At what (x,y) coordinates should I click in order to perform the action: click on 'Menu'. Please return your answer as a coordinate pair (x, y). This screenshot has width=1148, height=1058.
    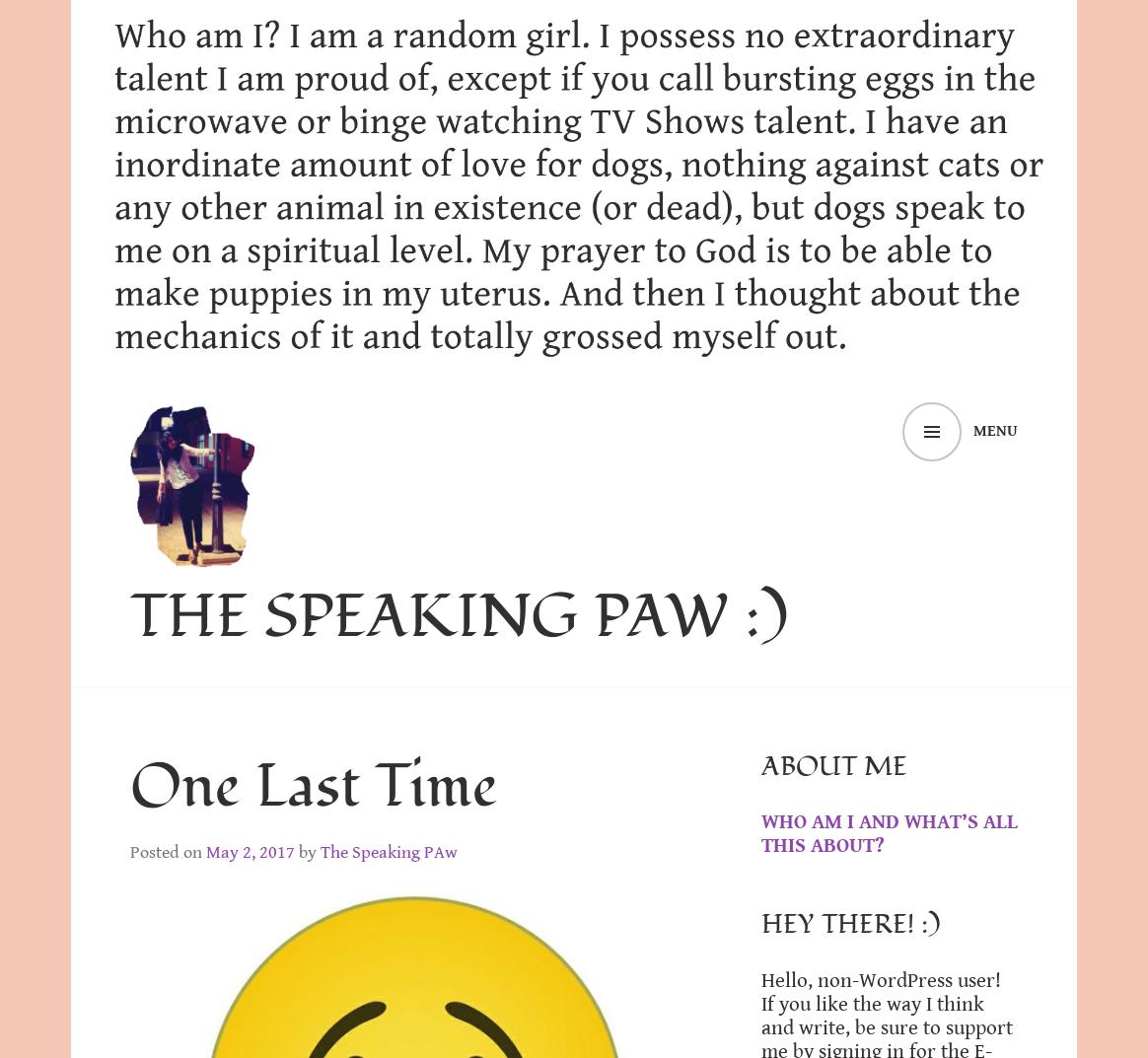
    Looking at the image, I should click on (995, 431).